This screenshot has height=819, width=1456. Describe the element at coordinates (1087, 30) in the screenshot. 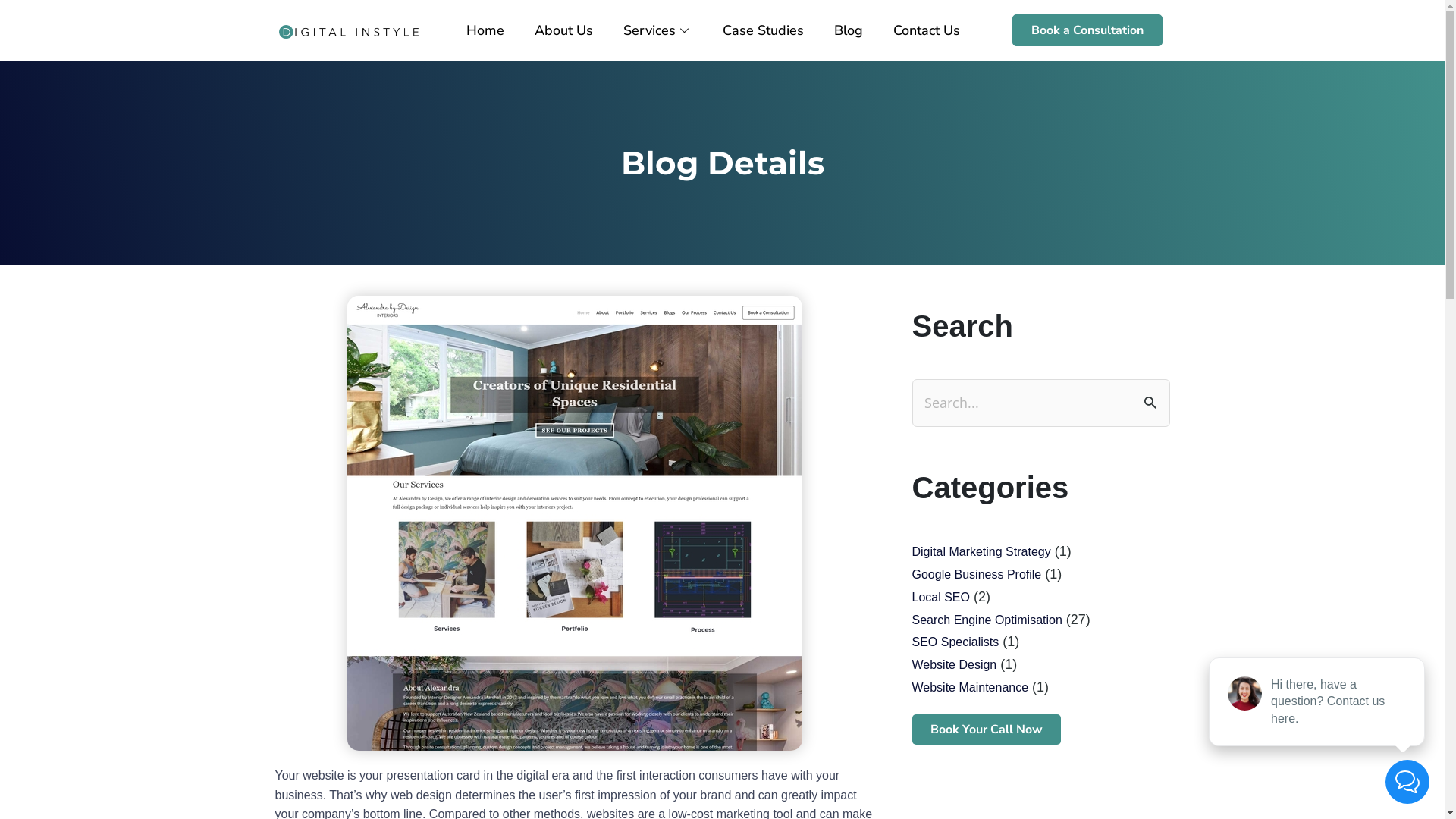

I see `'Book a Consultation'` at that location.